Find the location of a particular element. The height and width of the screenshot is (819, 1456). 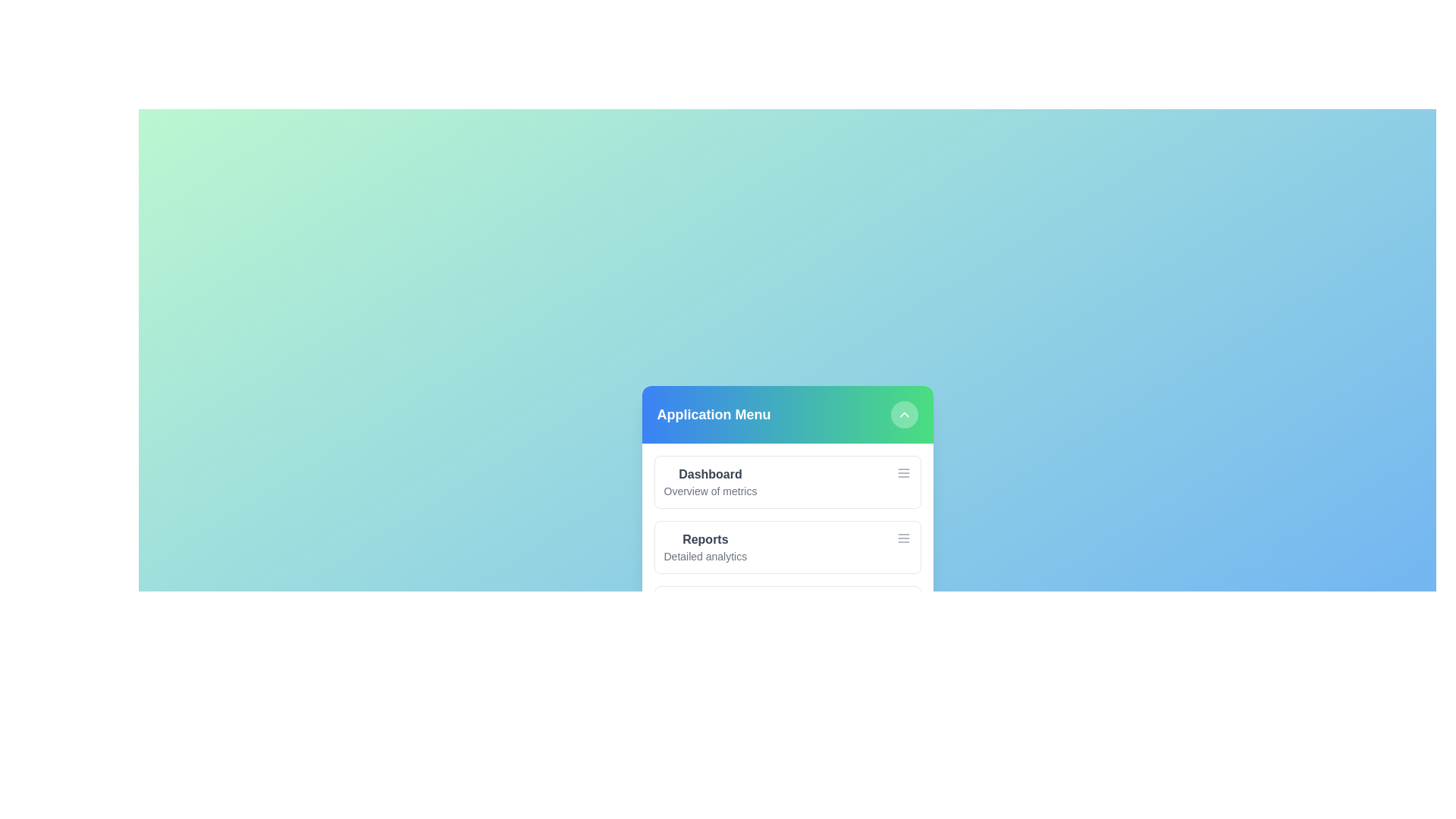

the menu item Dashboard to observe its hover effect is located at coordinates (709, 482).